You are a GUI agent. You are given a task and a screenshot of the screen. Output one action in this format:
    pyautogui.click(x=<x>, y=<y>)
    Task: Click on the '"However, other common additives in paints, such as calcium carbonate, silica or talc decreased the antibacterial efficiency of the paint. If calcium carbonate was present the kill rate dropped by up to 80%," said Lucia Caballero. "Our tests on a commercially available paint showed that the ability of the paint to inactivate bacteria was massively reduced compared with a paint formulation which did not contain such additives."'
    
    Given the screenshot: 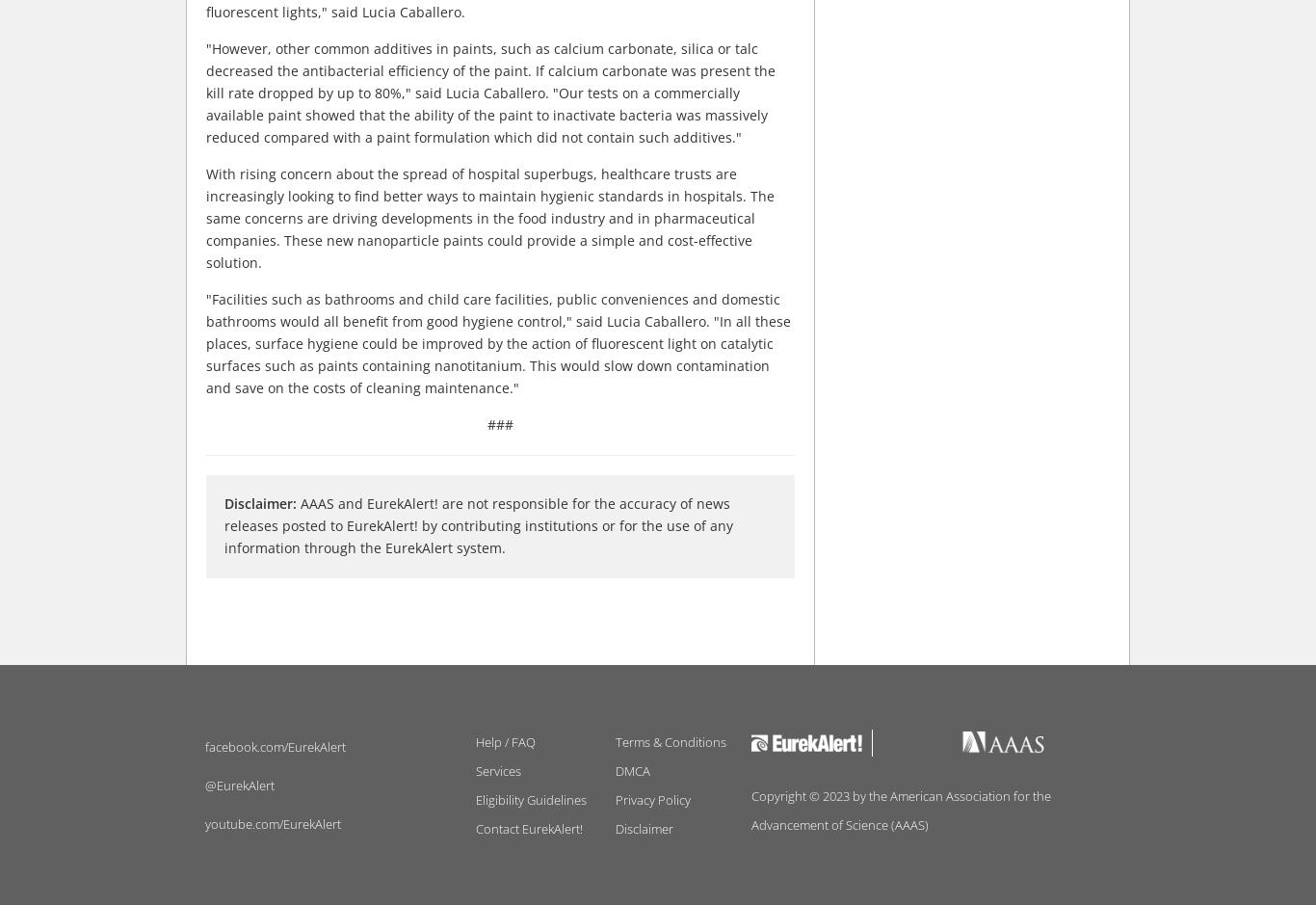 What is the action you would take?
    pyautogui.click(x=490, y=92)
    